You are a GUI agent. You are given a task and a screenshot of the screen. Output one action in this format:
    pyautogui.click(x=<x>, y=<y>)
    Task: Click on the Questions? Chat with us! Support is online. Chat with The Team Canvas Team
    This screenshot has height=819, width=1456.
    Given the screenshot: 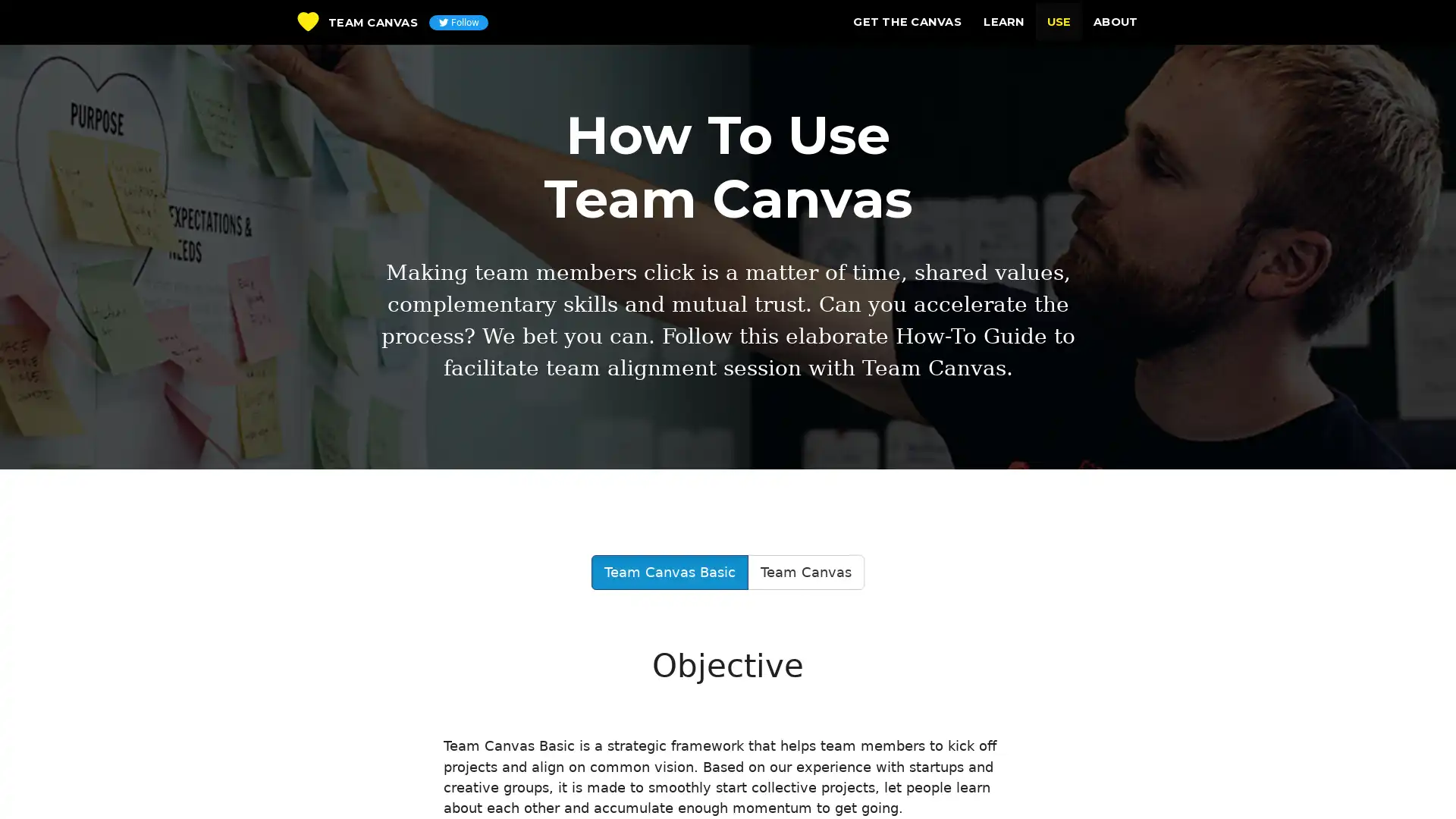 What is the action you would take?
    pyautogui.click(x=1414, y=780)
    